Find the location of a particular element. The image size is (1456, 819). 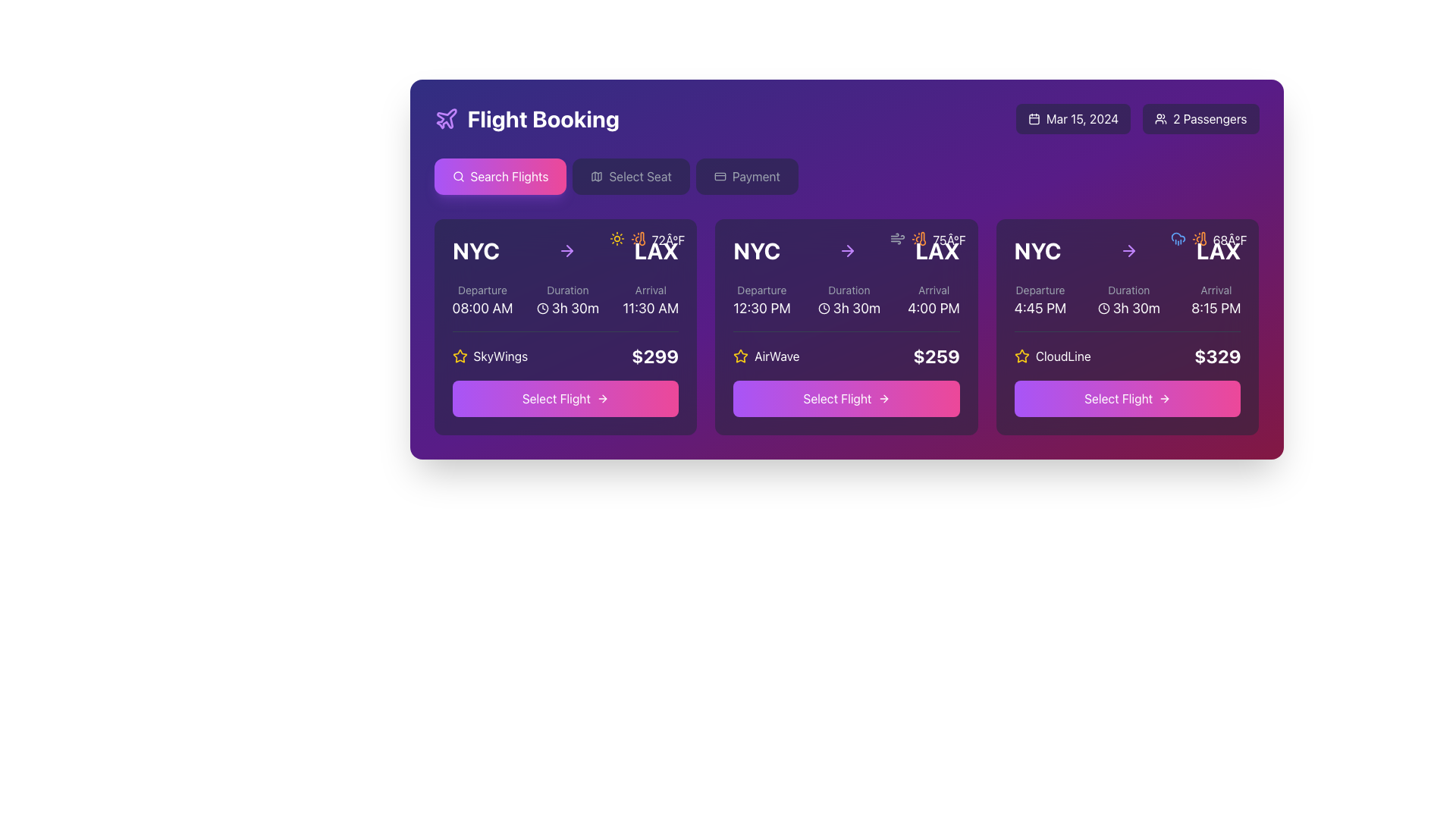

keyboard navigation is located at coordinates (604, 397).